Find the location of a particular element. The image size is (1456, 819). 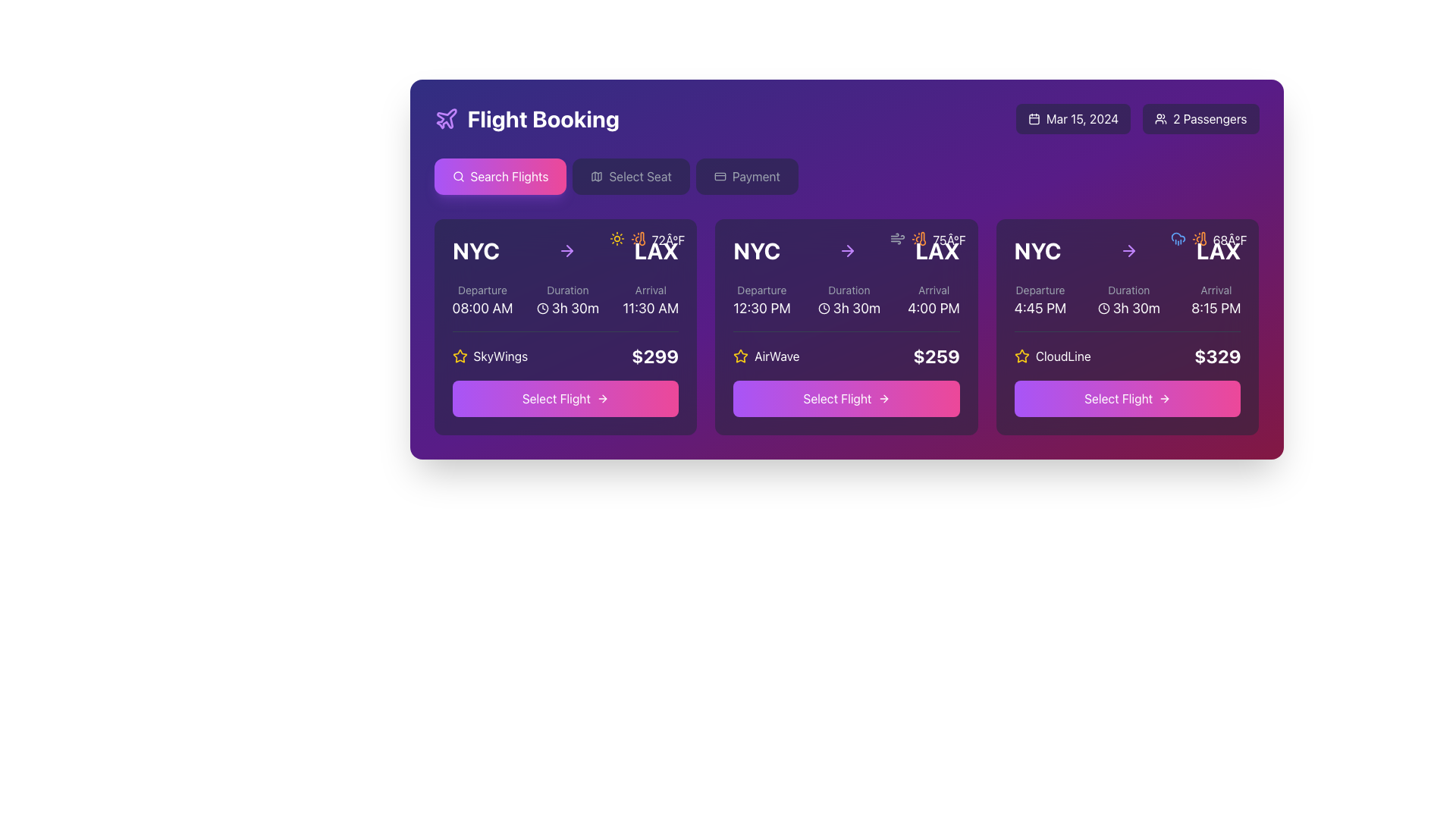

keyboard navigation is located at coordinates (604, 397).